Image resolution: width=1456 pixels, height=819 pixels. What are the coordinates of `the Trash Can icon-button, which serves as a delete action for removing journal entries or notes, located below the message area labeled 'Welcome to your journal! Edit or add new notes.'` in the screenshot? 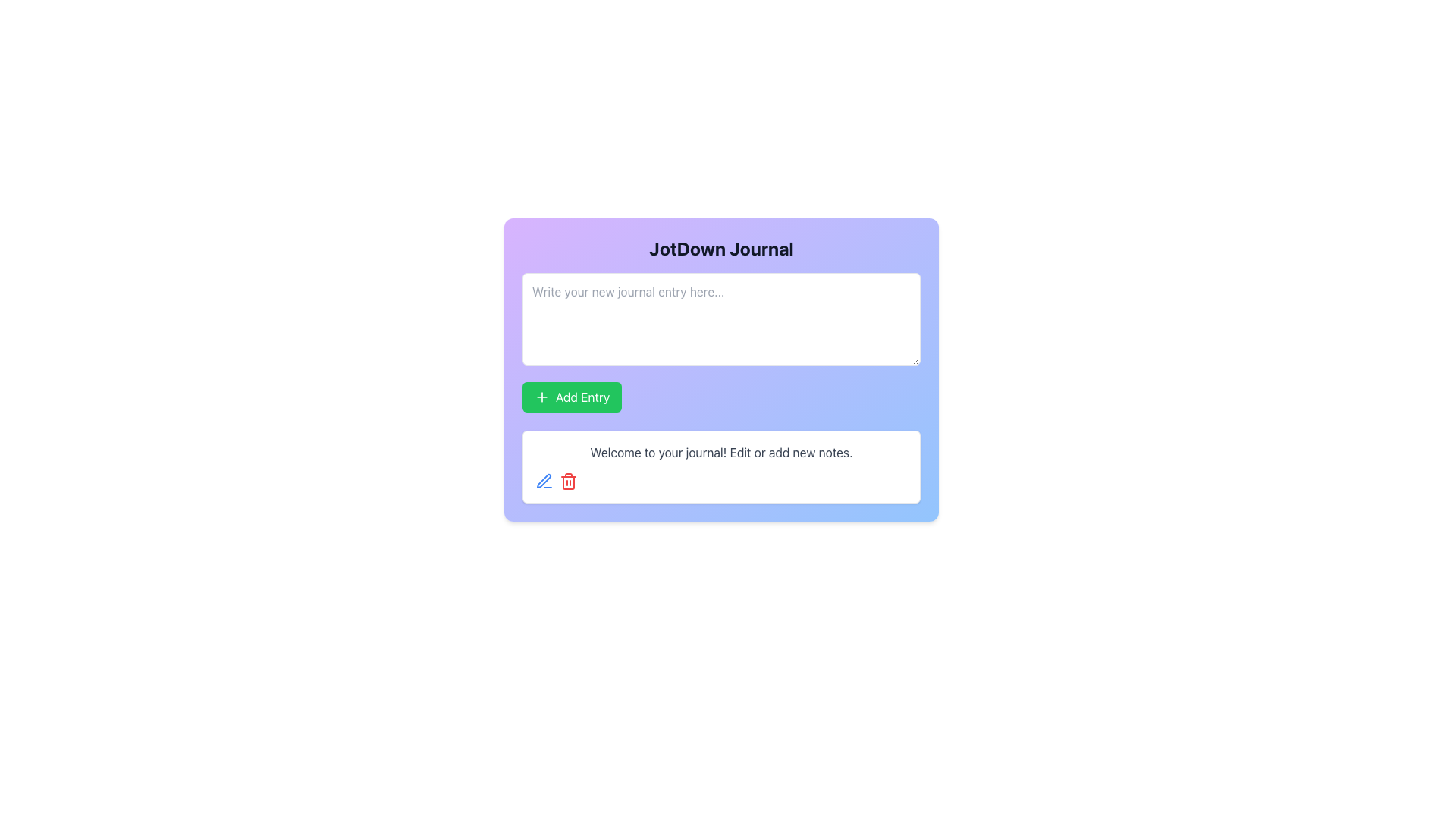 It's located at (567, 479).